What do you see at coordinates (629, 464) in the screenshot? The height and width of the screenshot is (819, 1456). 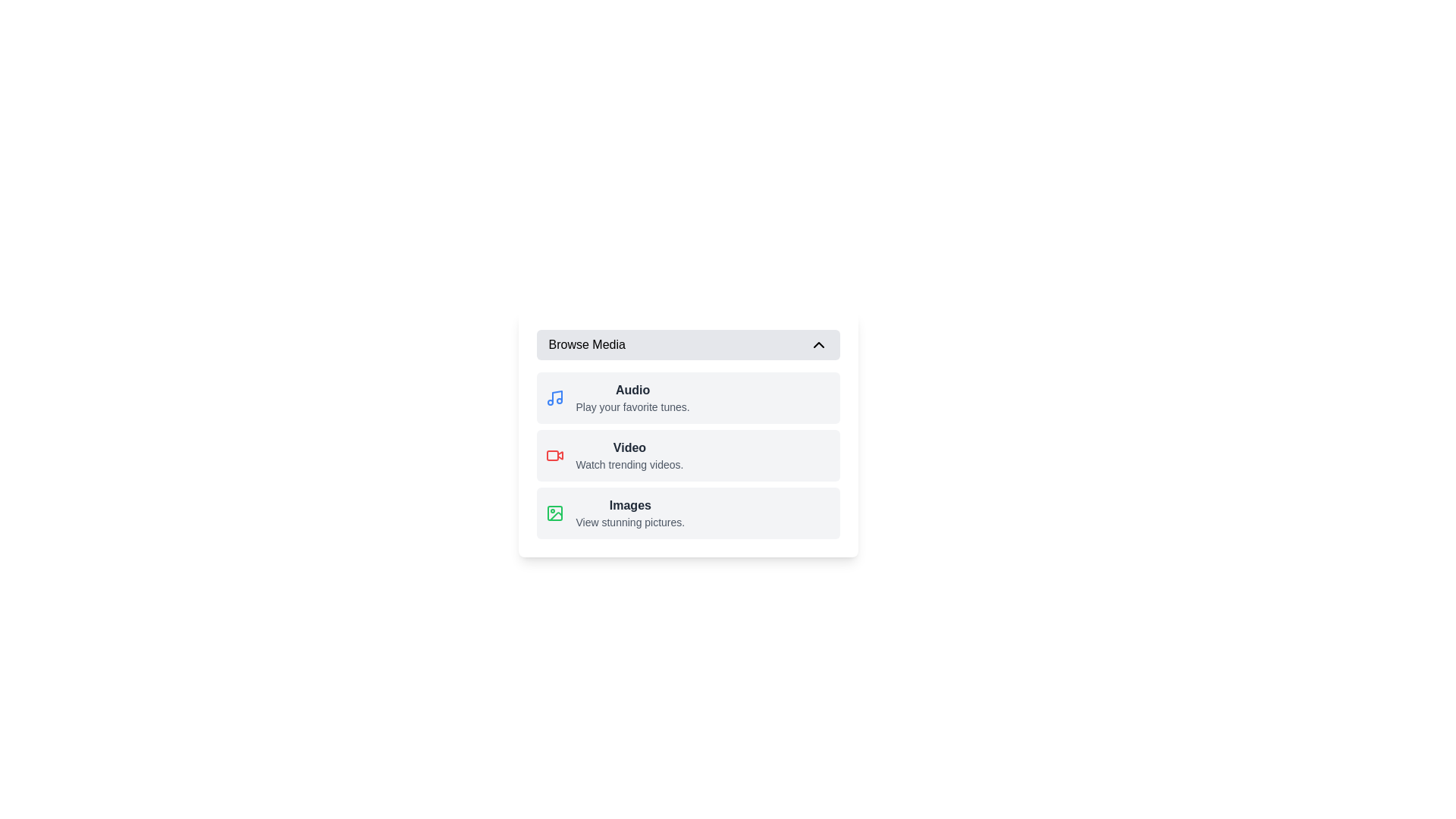 I see `text label displaying 'Watch trending videos.' which is positioned beneath the 'Video' label in a light gray color scheme` at bounding box center [629, 464].